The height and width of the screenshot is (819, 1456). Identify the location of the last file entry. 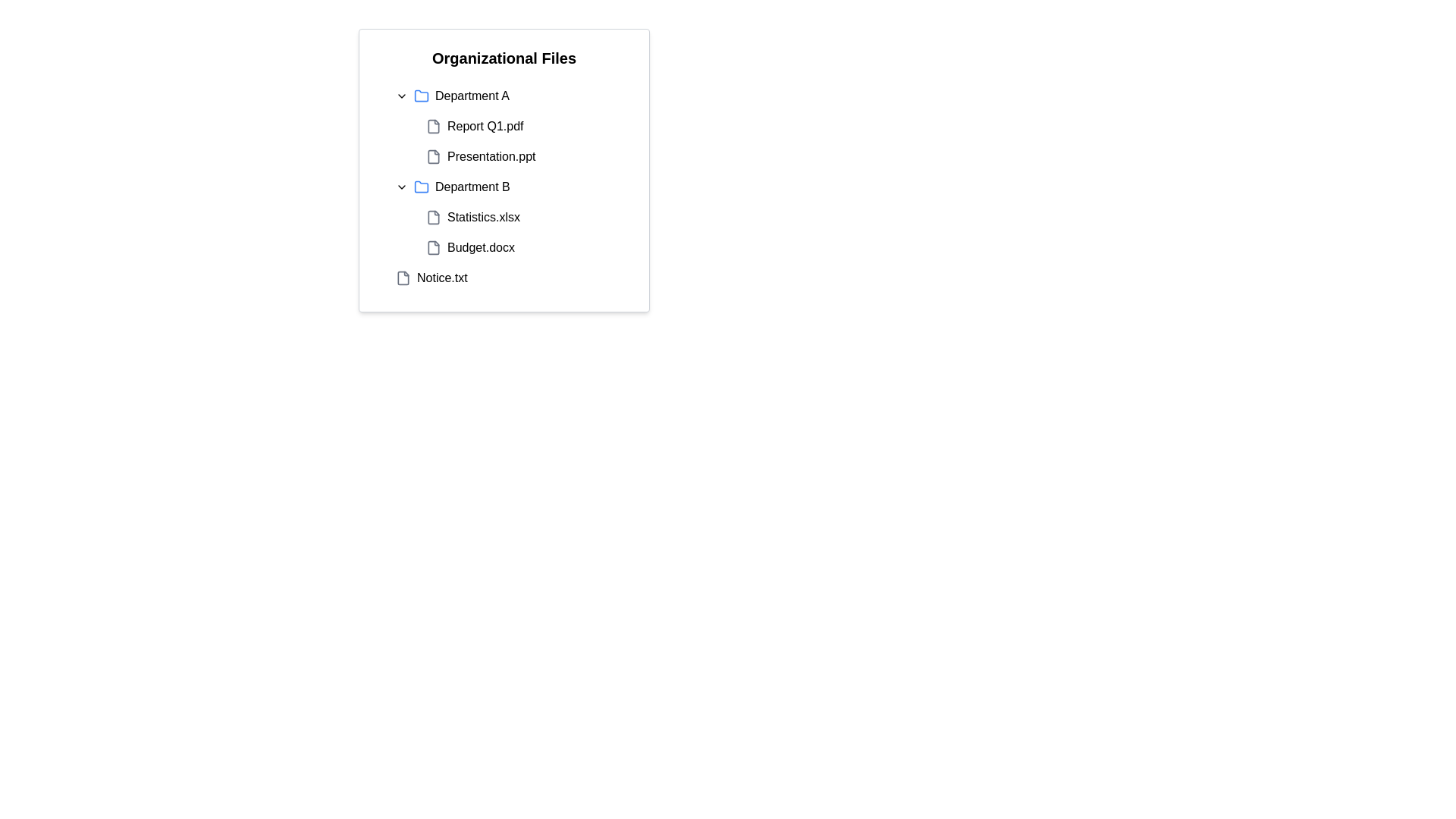
(504, 278).